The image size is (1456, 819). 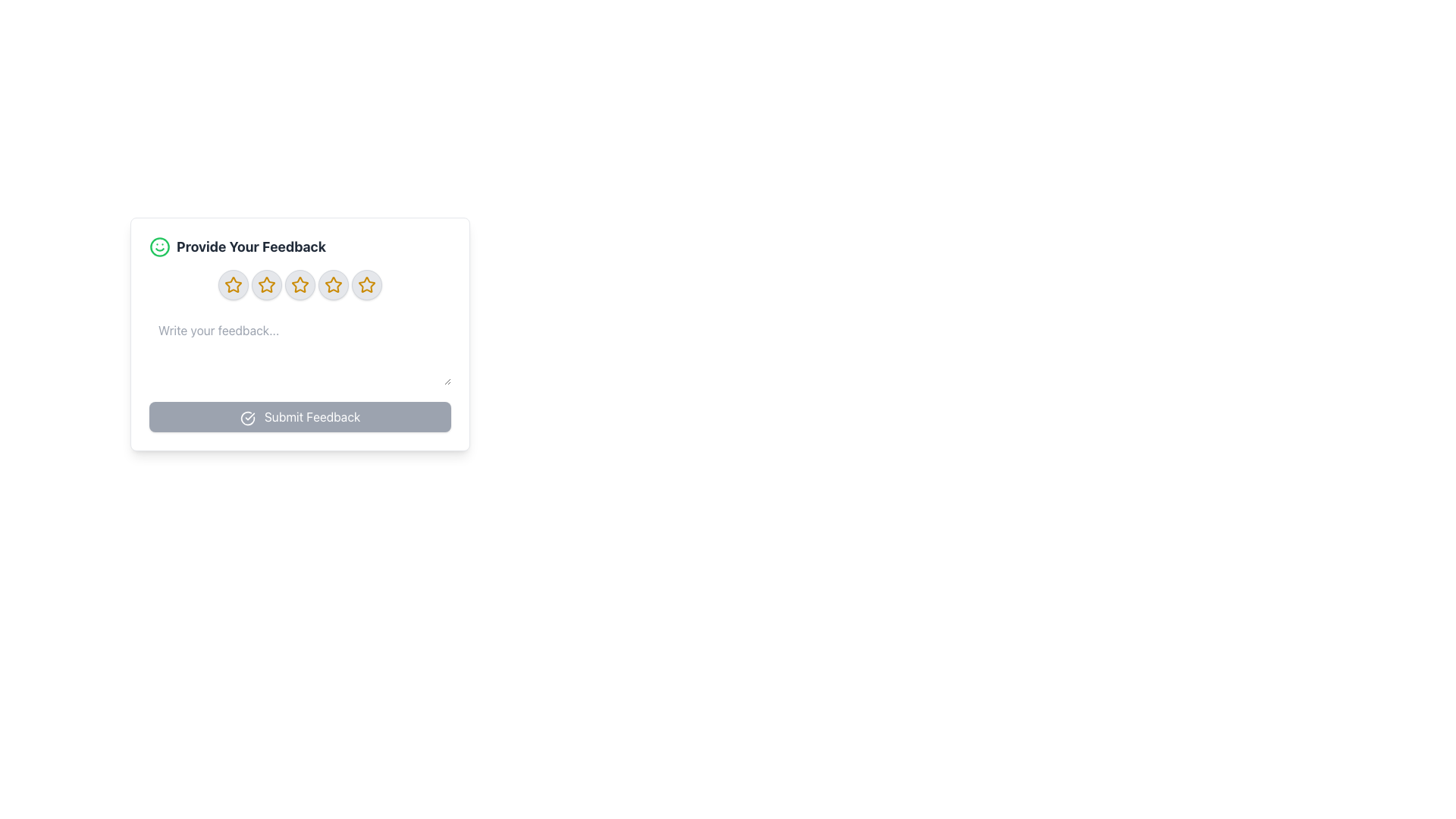 What do you see at coordinates (247, 418) in the screenshot?
I see `the small circular button icon with a check mark inside, located on the left side of the 'Submit Feedback' button` at bounding box center [247, 418].